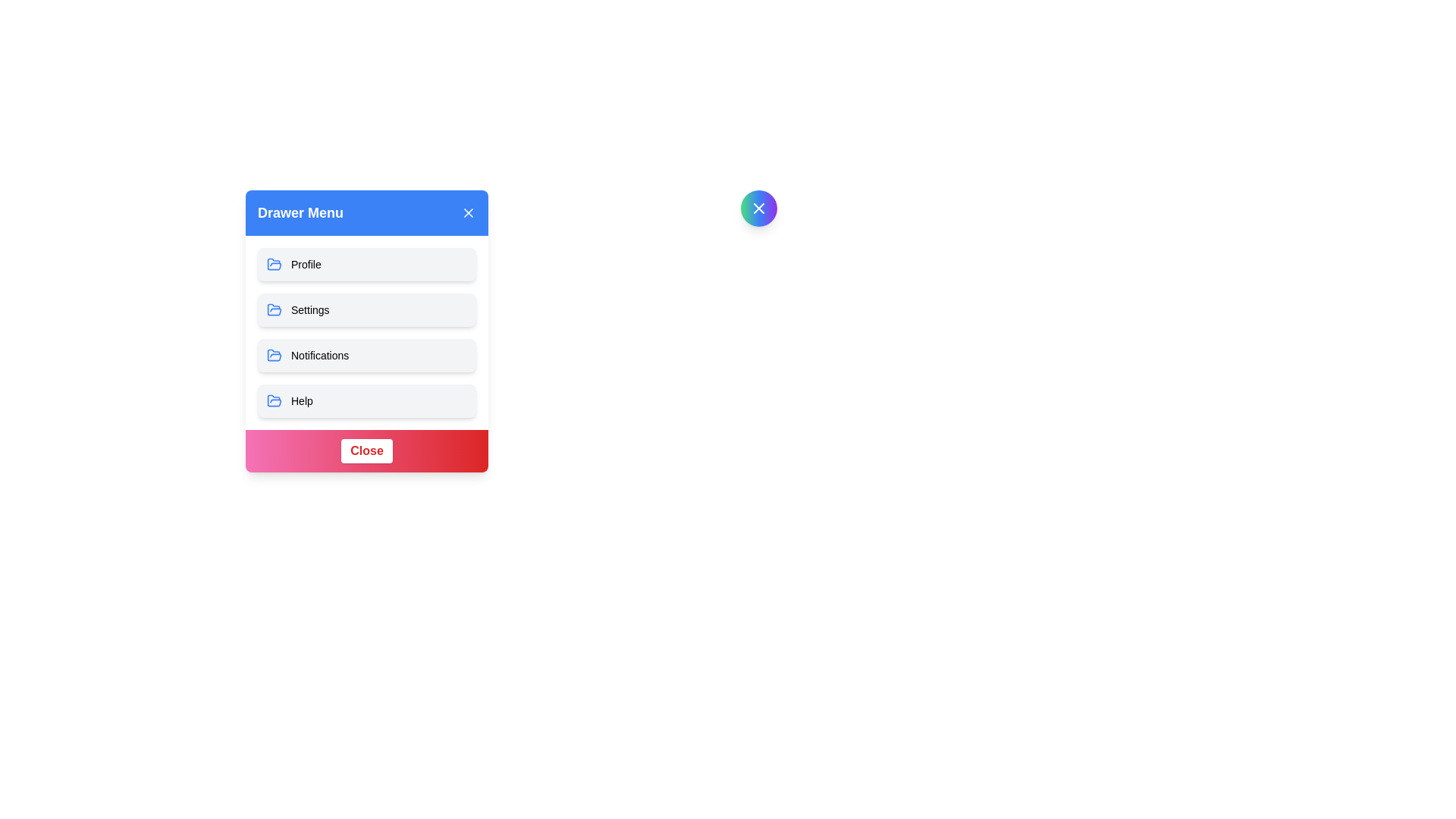  Describe the element at coordinates (274, 356) in the screenshot. I see `the first icon on the left side of the 'Notifications' item in the drawer menu options` at that location.